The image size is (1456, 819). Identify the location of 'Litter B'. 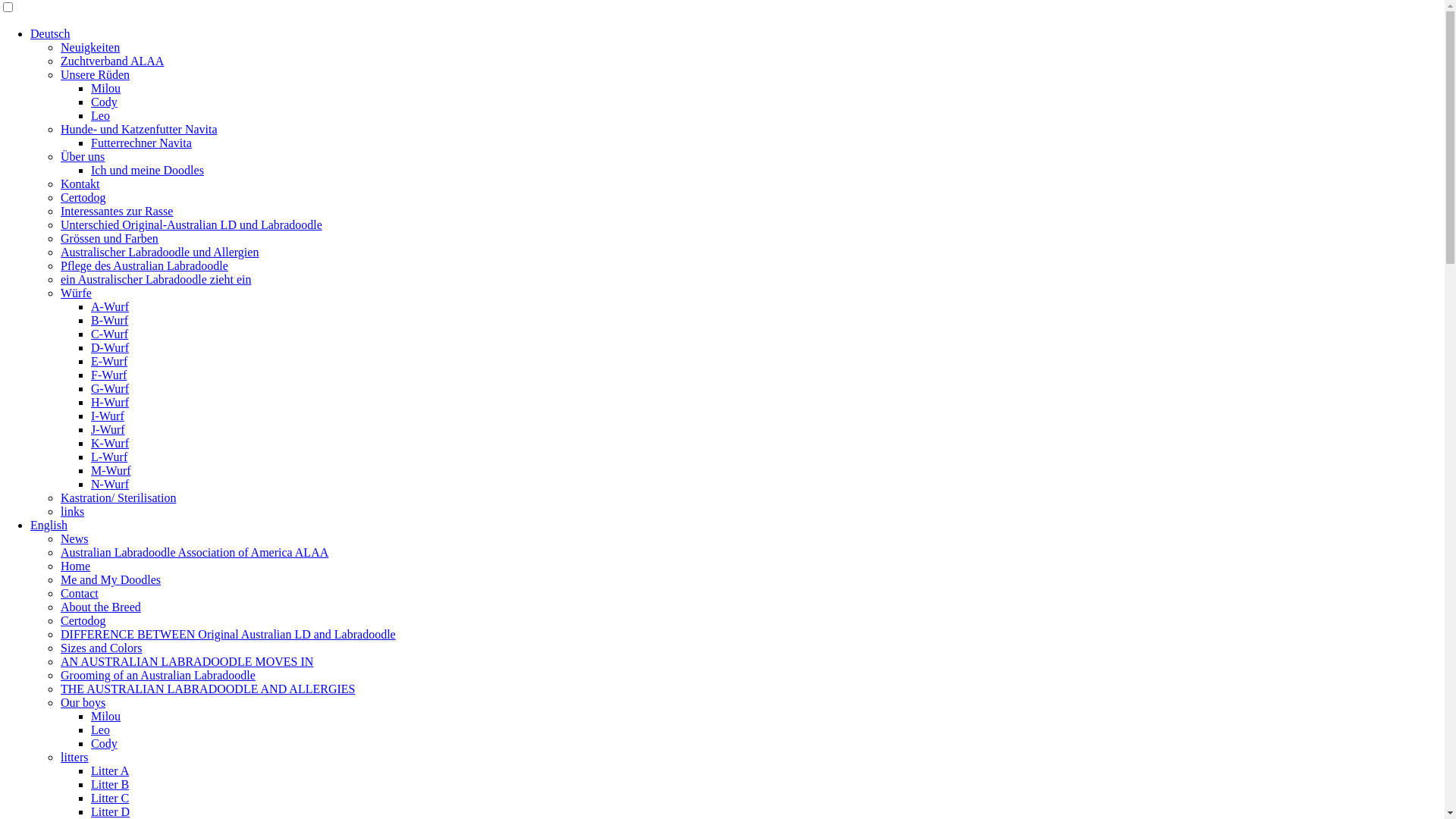
(108, 784).